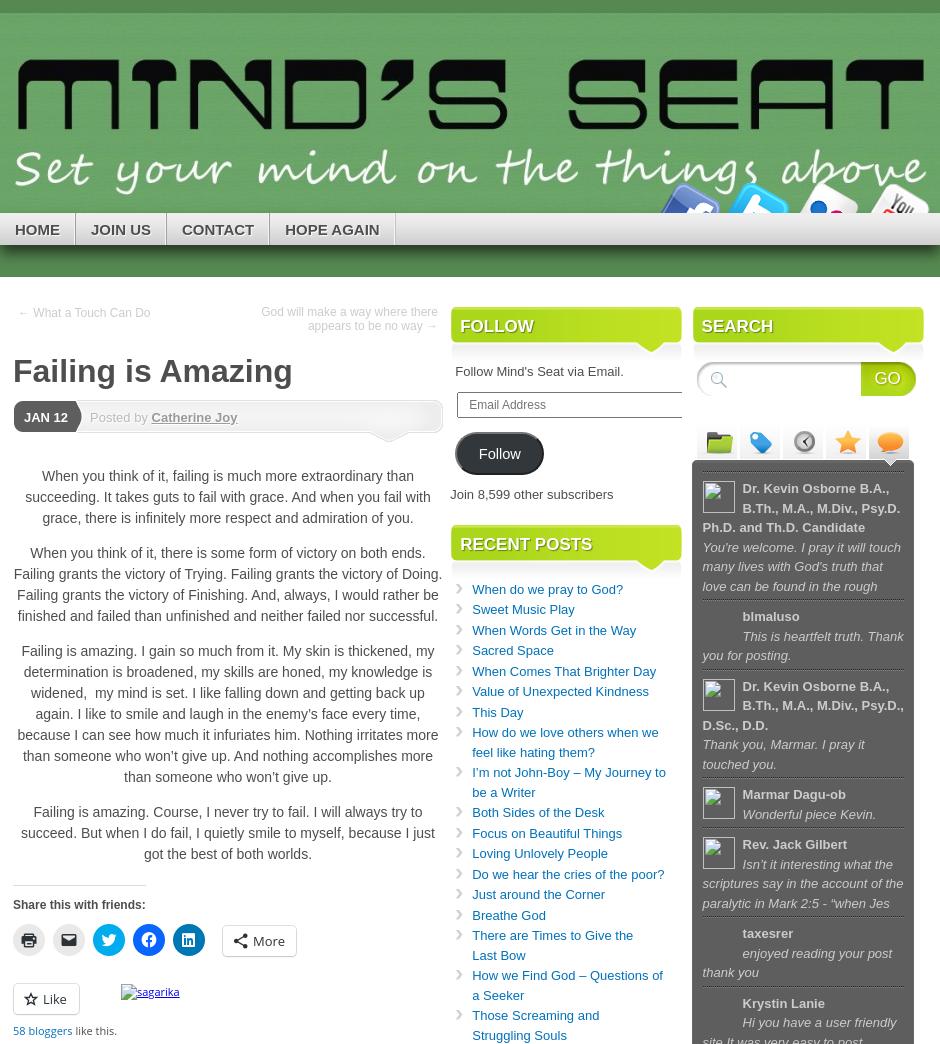 This screenshot has width=940, height=1044. I want to click on 'Home', so click(37, 228).